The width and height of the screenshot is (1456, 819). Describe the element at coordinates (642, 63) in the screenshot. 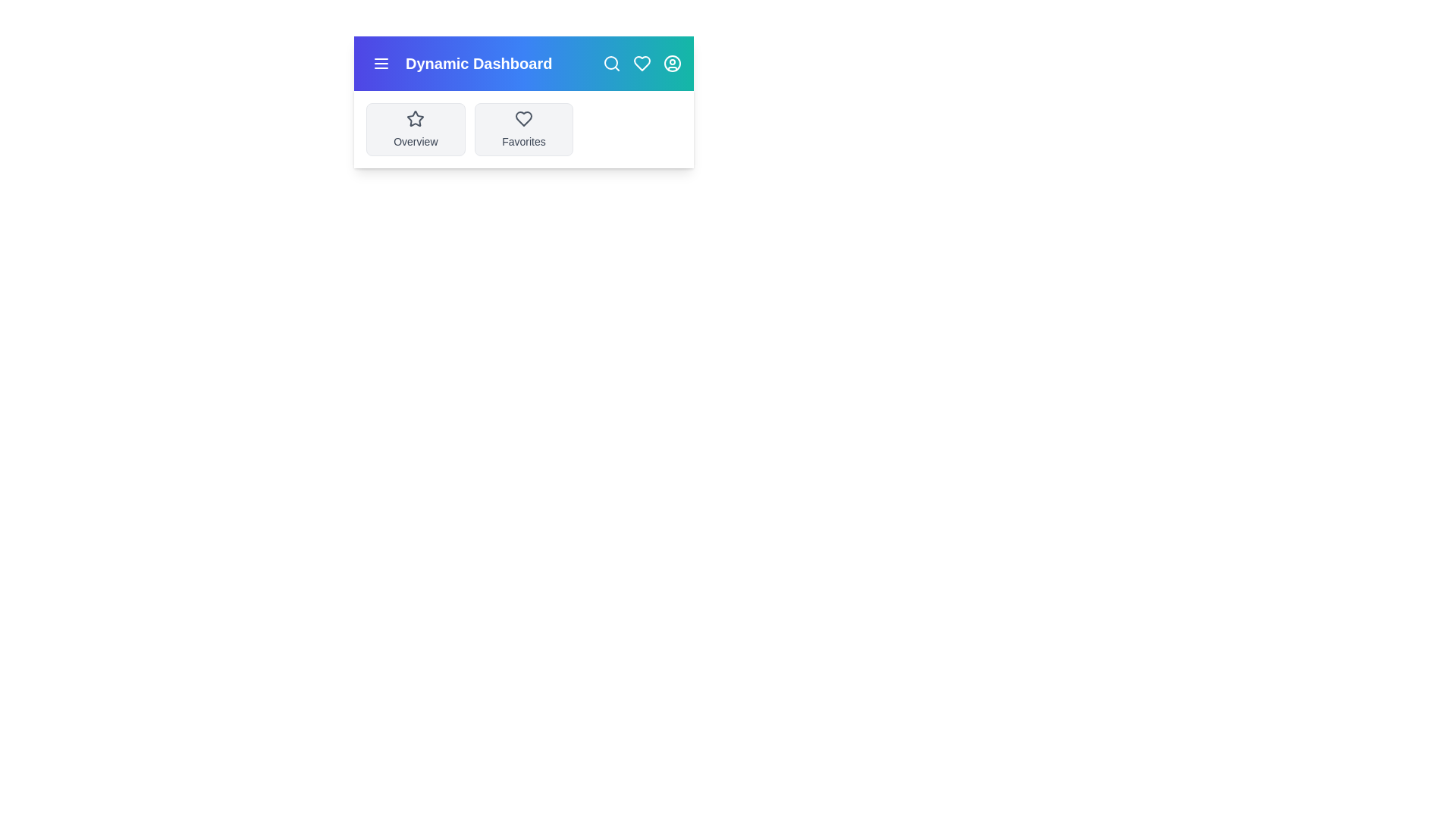

I see `the heart icon to mark as favorite` at that location.